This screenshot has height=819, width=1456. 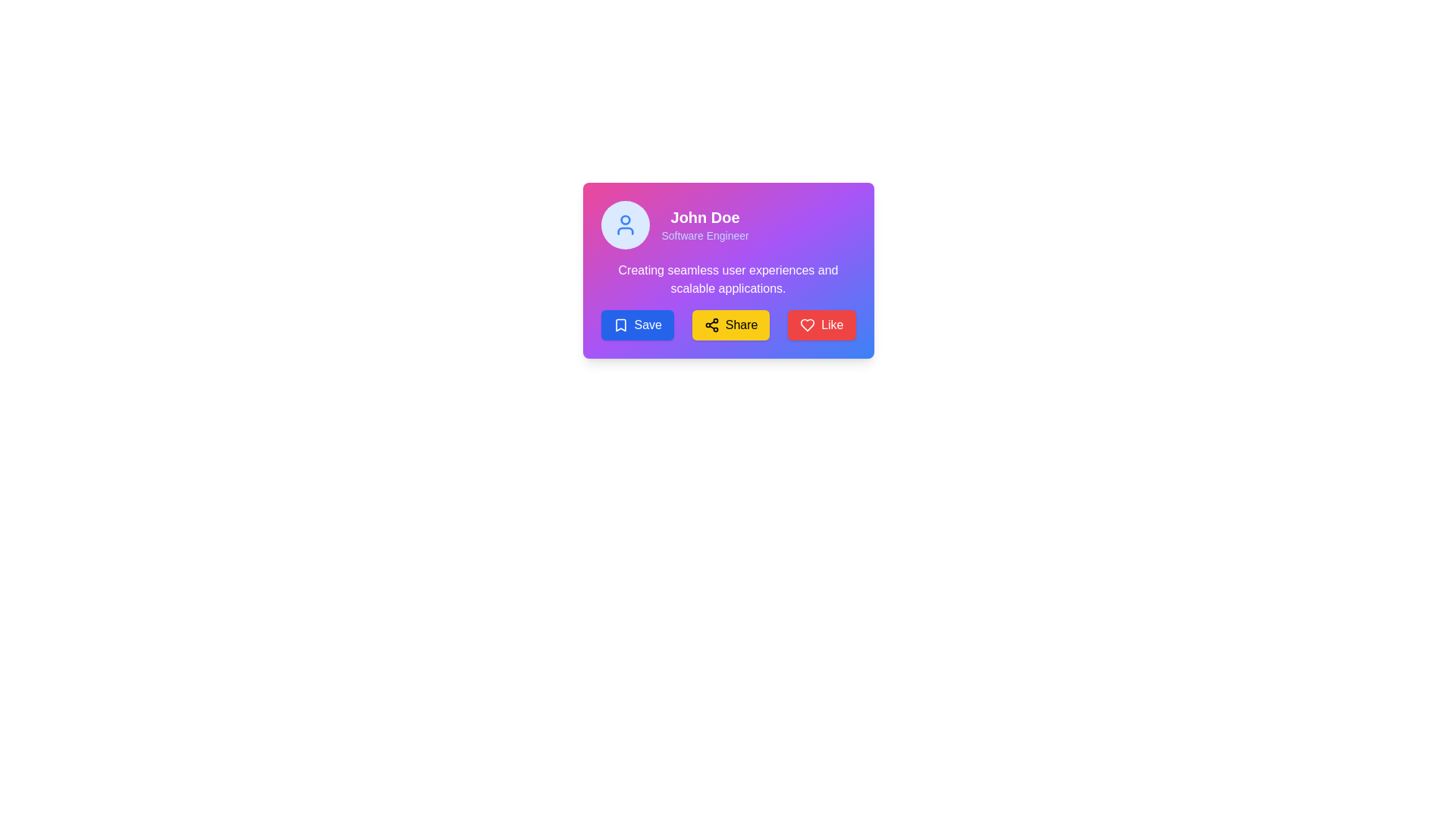 I want to click on styles of the Text block displaying 'John Doe' and 'Software Engineer', located in the upper-right portion of the card adjacent to the avatar icon, so click(x=704, y=225).